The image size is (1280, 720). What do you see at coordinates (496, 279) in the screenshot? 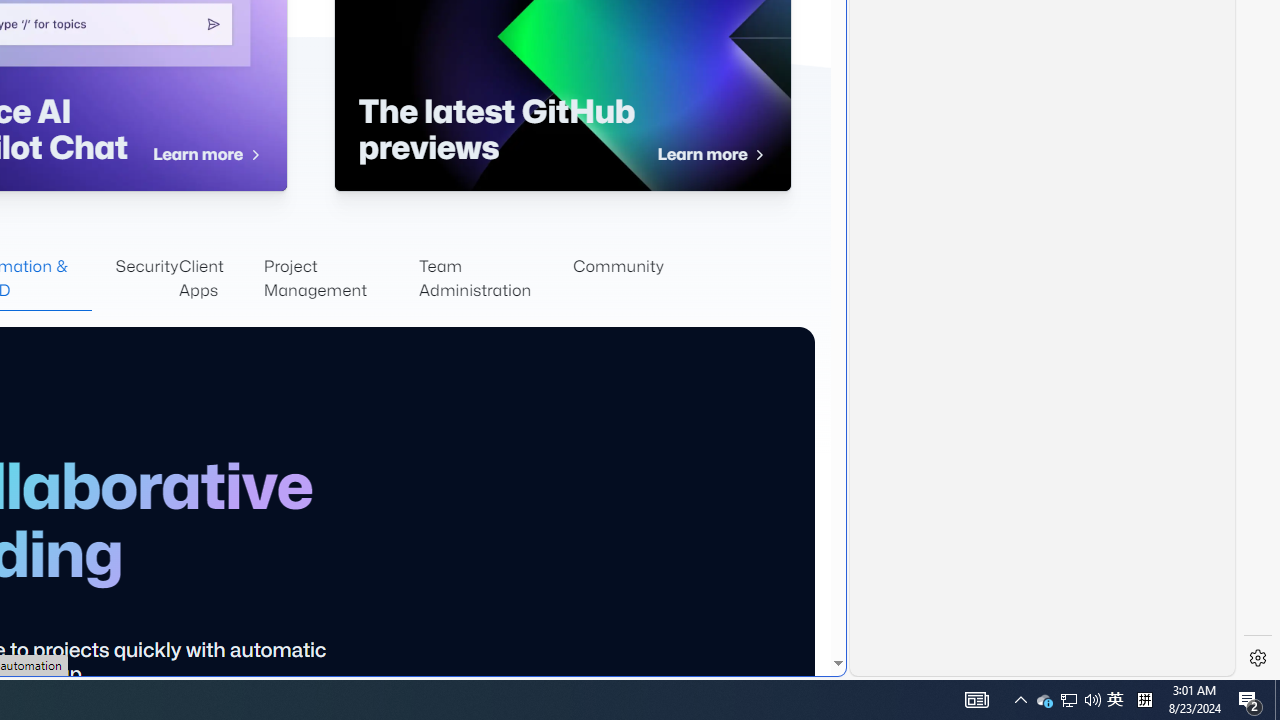
I see `'Team Administration'` at bounding box center [496, 279].